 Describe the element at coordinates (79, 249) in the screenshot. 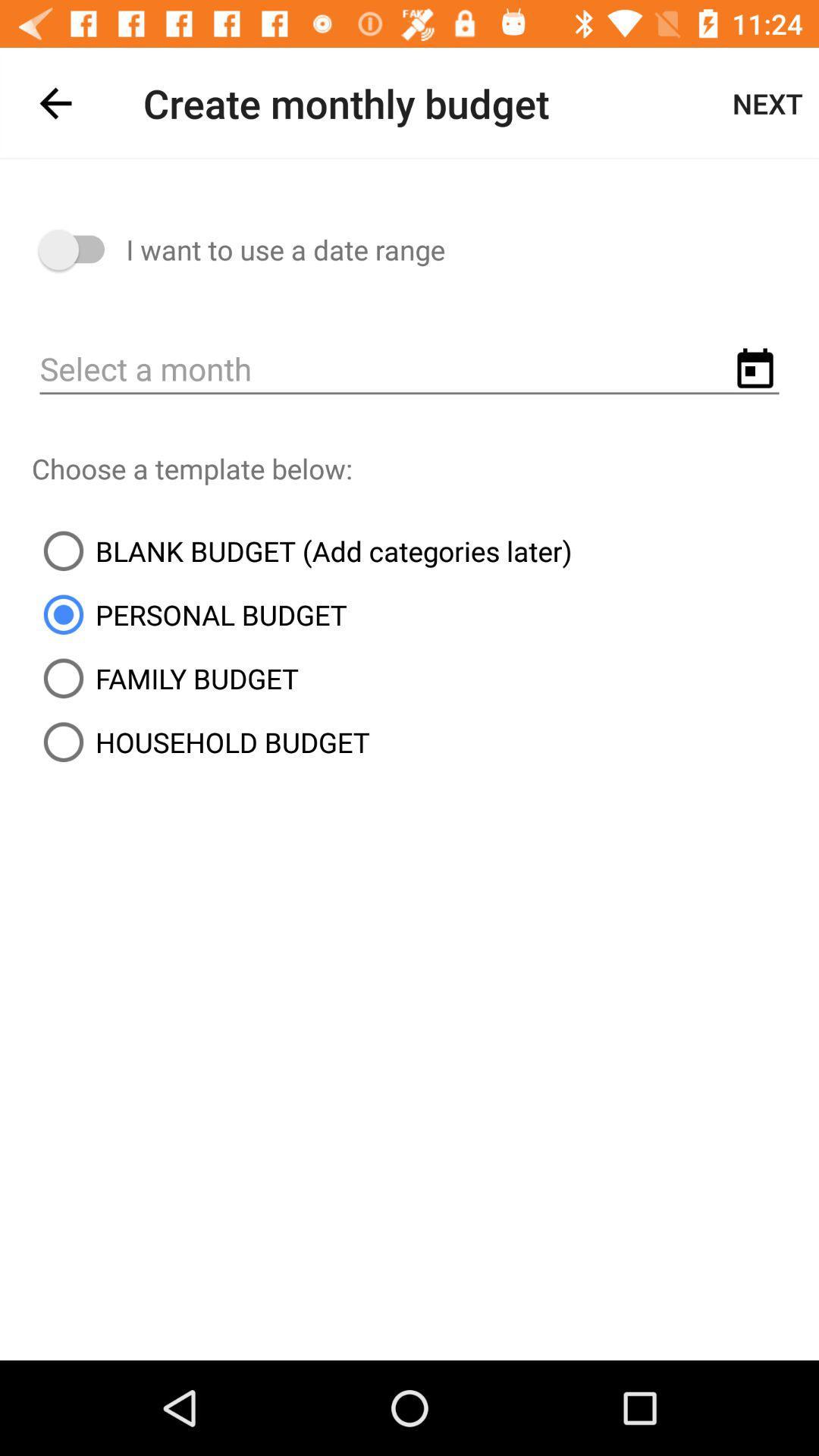

I see `icon next to the i want to item` at that location.